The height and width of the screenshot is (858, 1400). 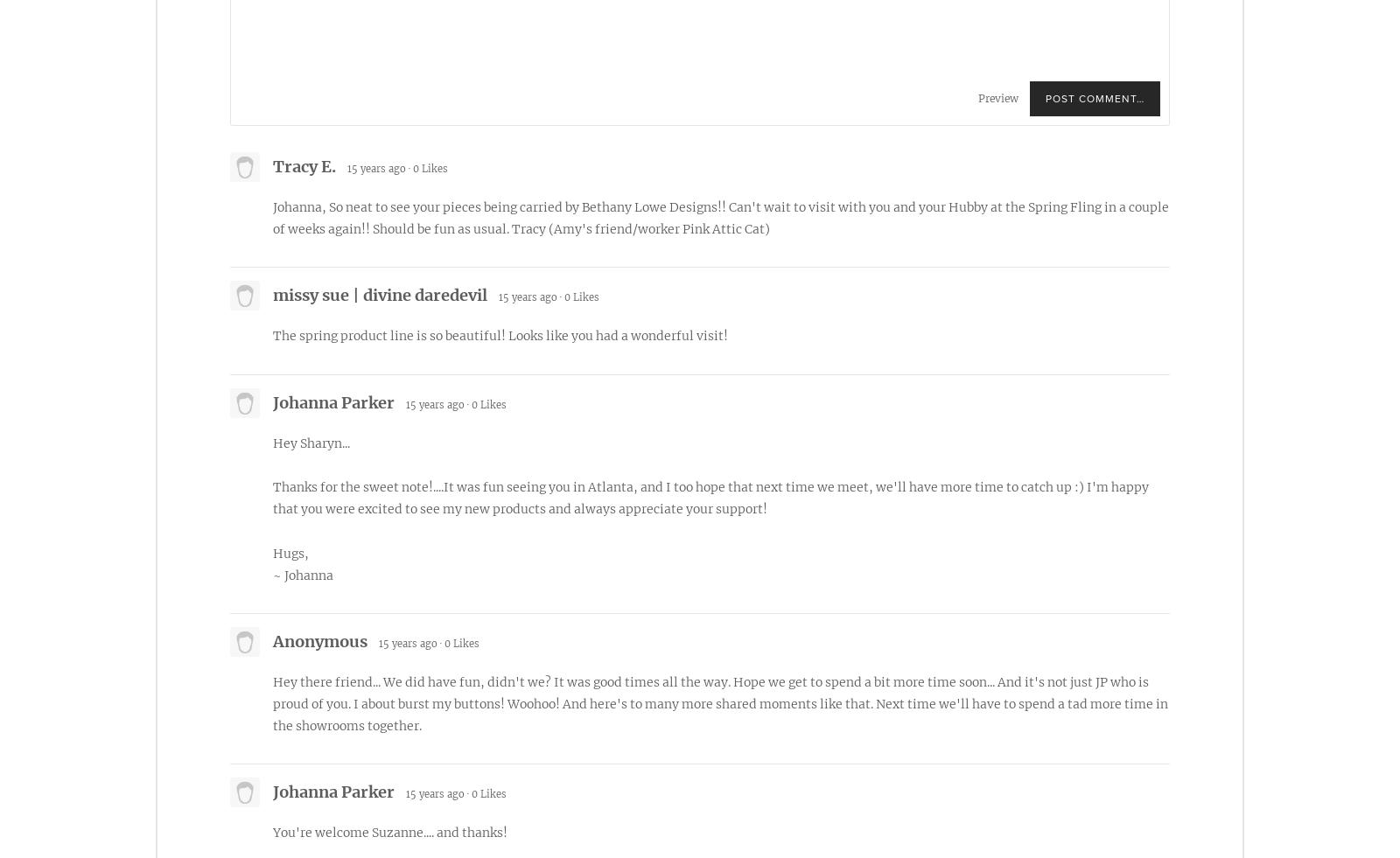 I want to click on 'The spring product line is so beautiful! Looks like you had a wonderful visit!', so click(x=500, y=334).